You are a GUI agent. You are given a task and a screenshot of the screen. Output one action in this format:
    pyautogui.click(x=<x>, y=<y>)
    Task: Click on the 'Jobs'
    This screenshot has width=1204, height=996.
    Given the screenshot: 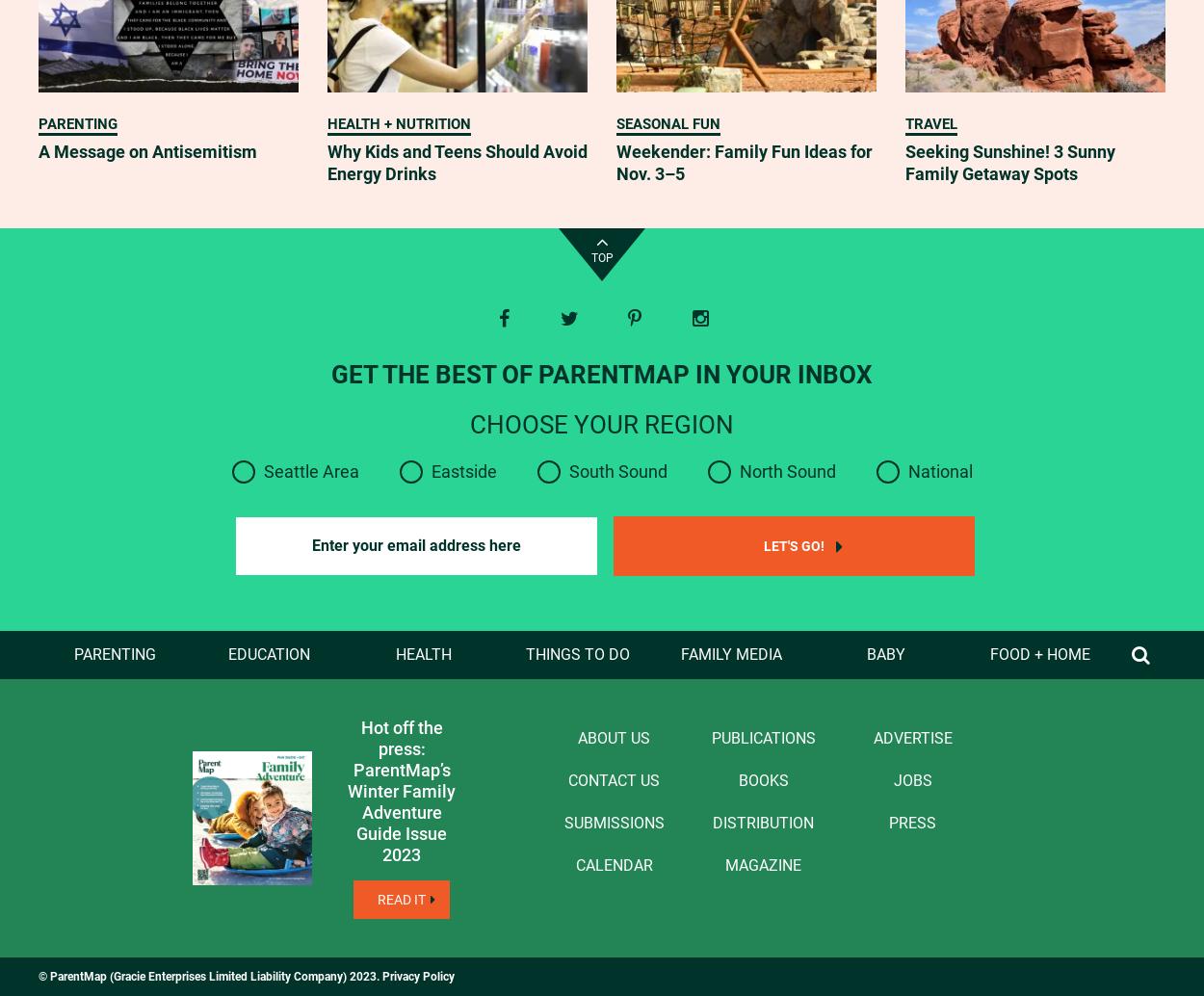 What is the action you would take?
    pyautogui.click(x=911, y=778)
    